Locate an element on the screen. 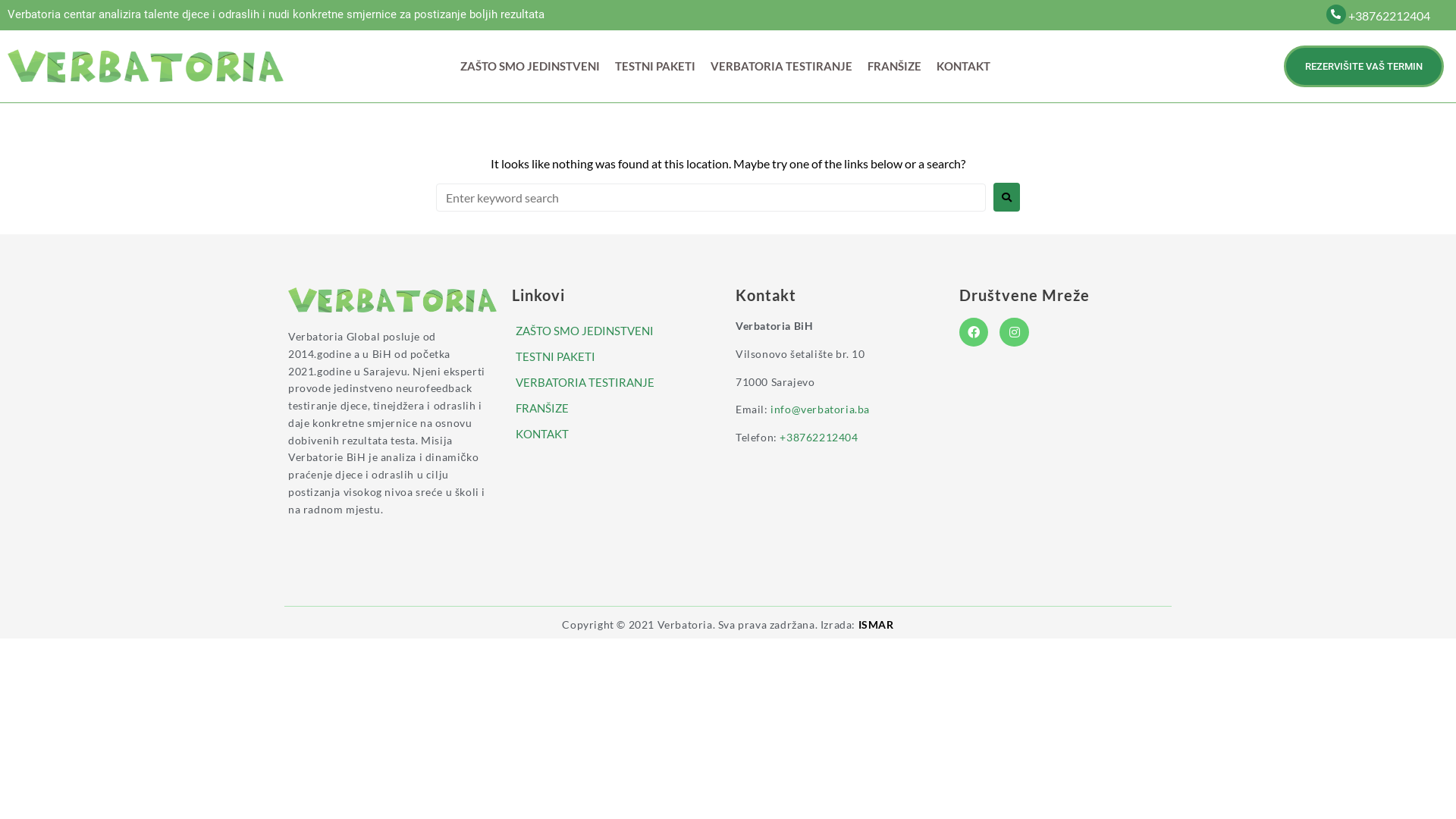 The image size is (1456, 819). 'info@verbatoria.ba' is located at coordinates (819, 408).